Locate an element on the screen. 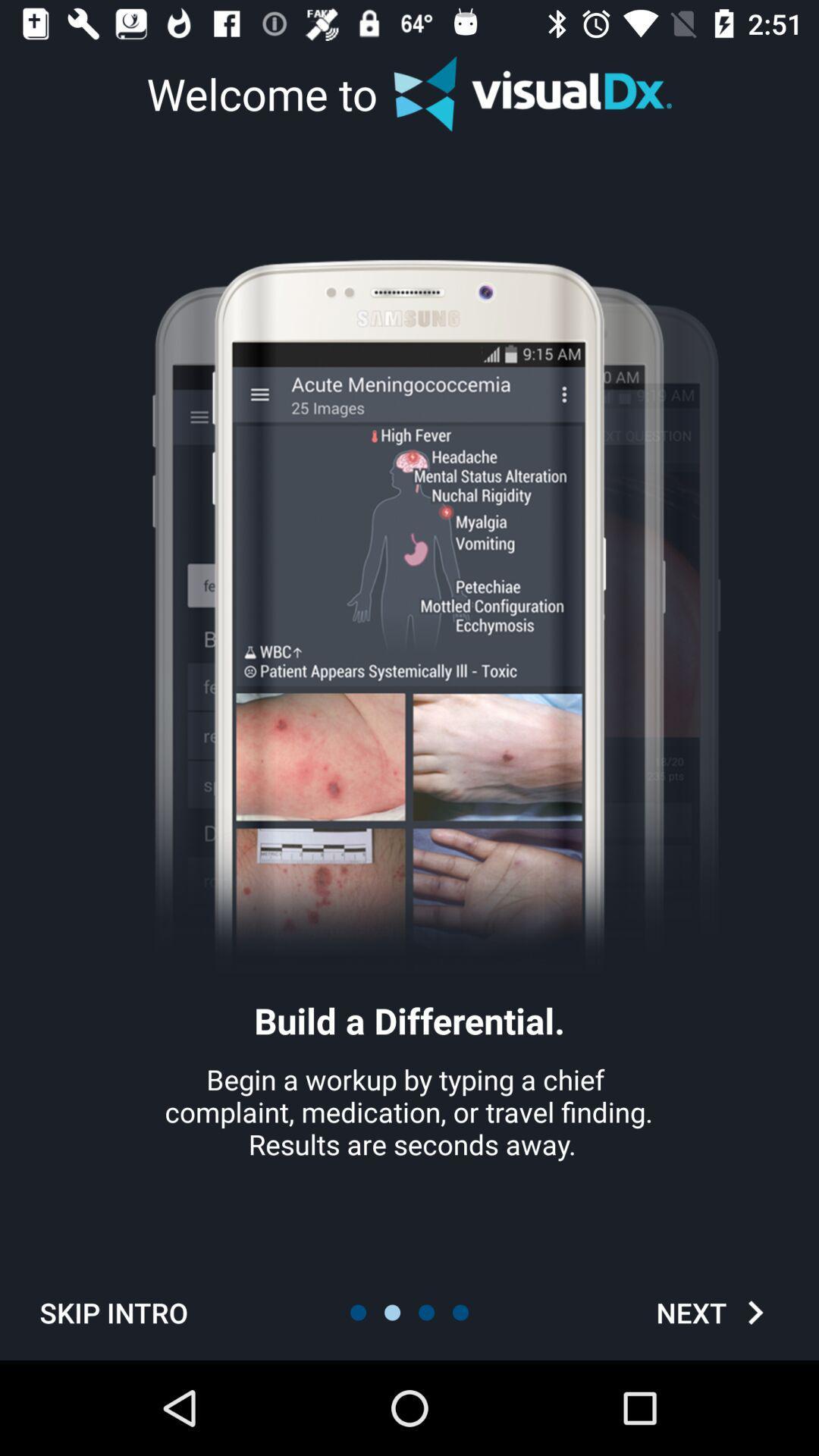 The height and width of the screenshot is (1456, 819). the item at the bottom right corner is located at coordinates (715, 1312).